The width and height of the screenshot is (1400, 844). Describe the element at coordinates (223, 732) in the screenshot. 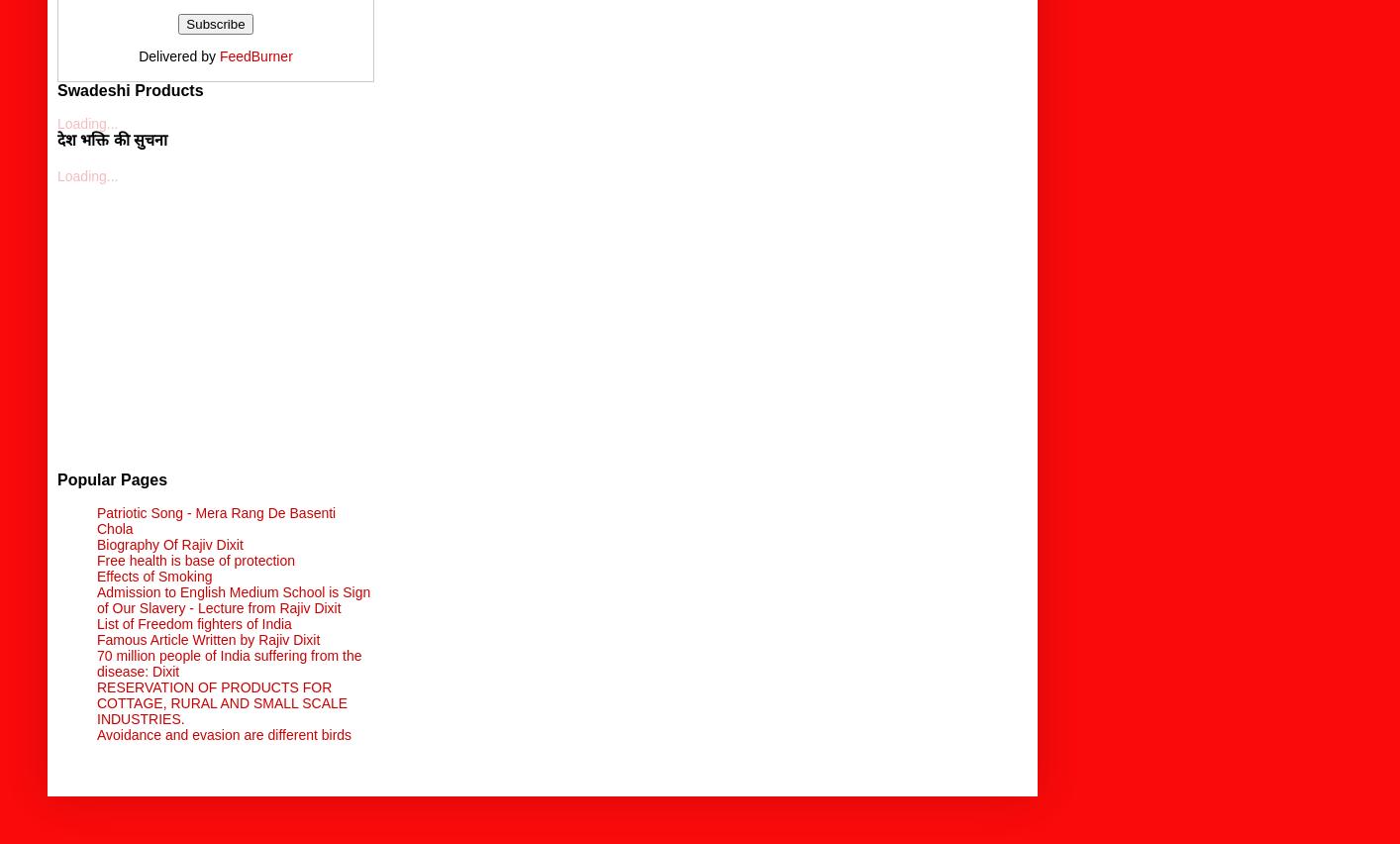

I see `'Avoidance and evasion are different birds'` at that location.